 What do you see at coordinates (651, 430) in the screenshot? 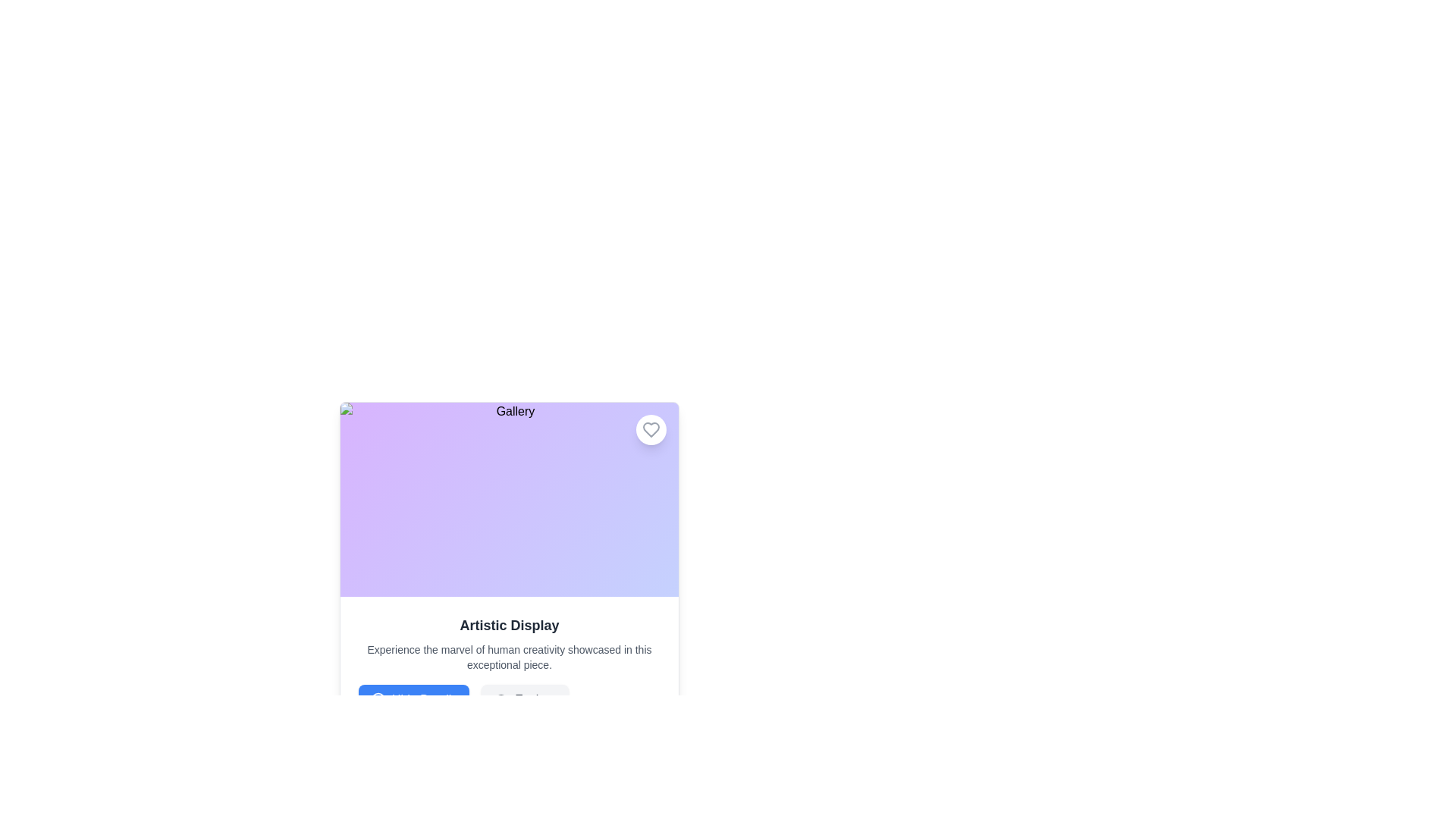
I see `the heart-shaped icon representing the favoriting feature located within the interactive button in the top-right corner of the card` at bounding box center [651, 430].